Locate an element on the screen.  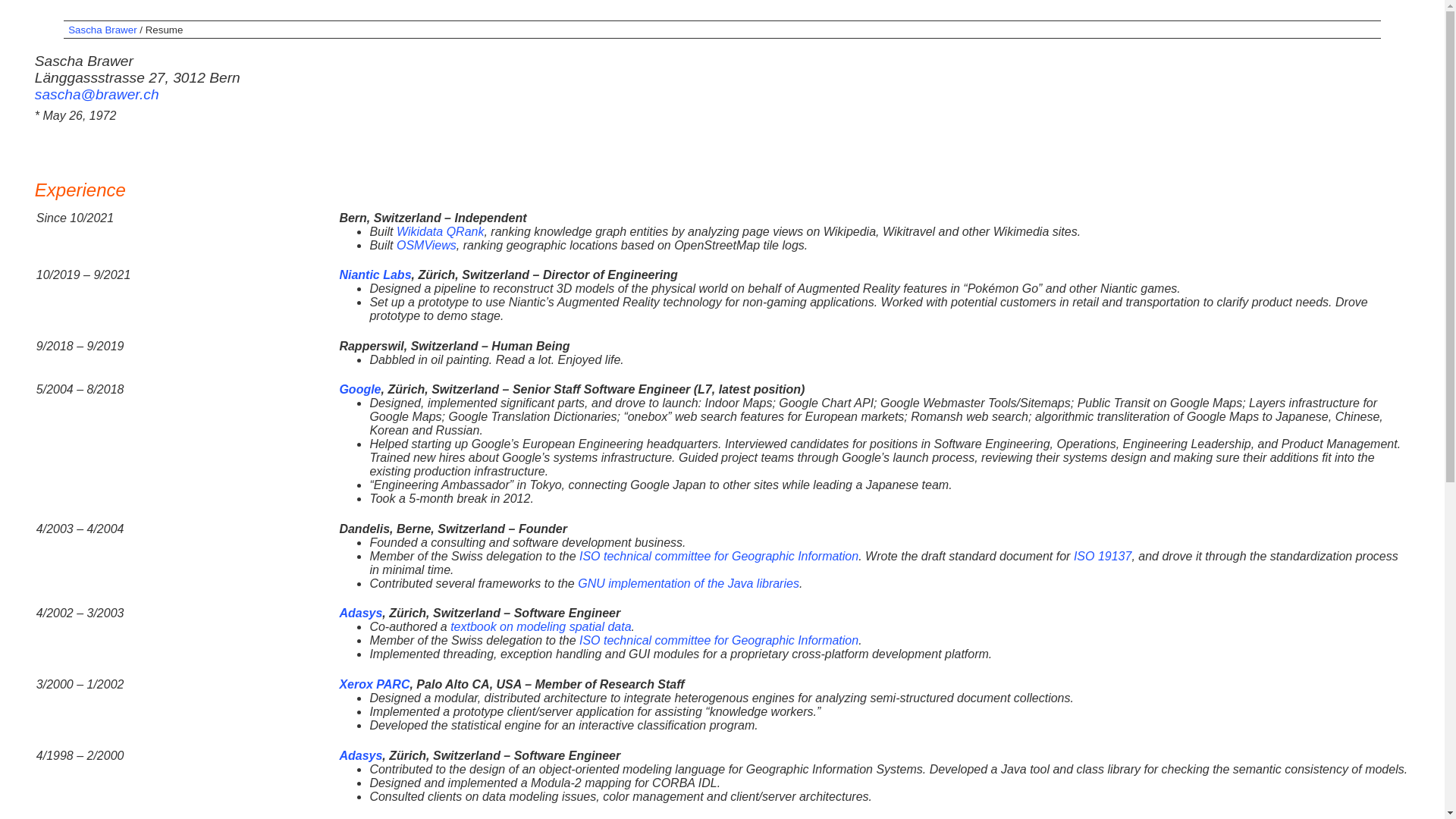
'Adasys' is located at coordinates (337, 612).